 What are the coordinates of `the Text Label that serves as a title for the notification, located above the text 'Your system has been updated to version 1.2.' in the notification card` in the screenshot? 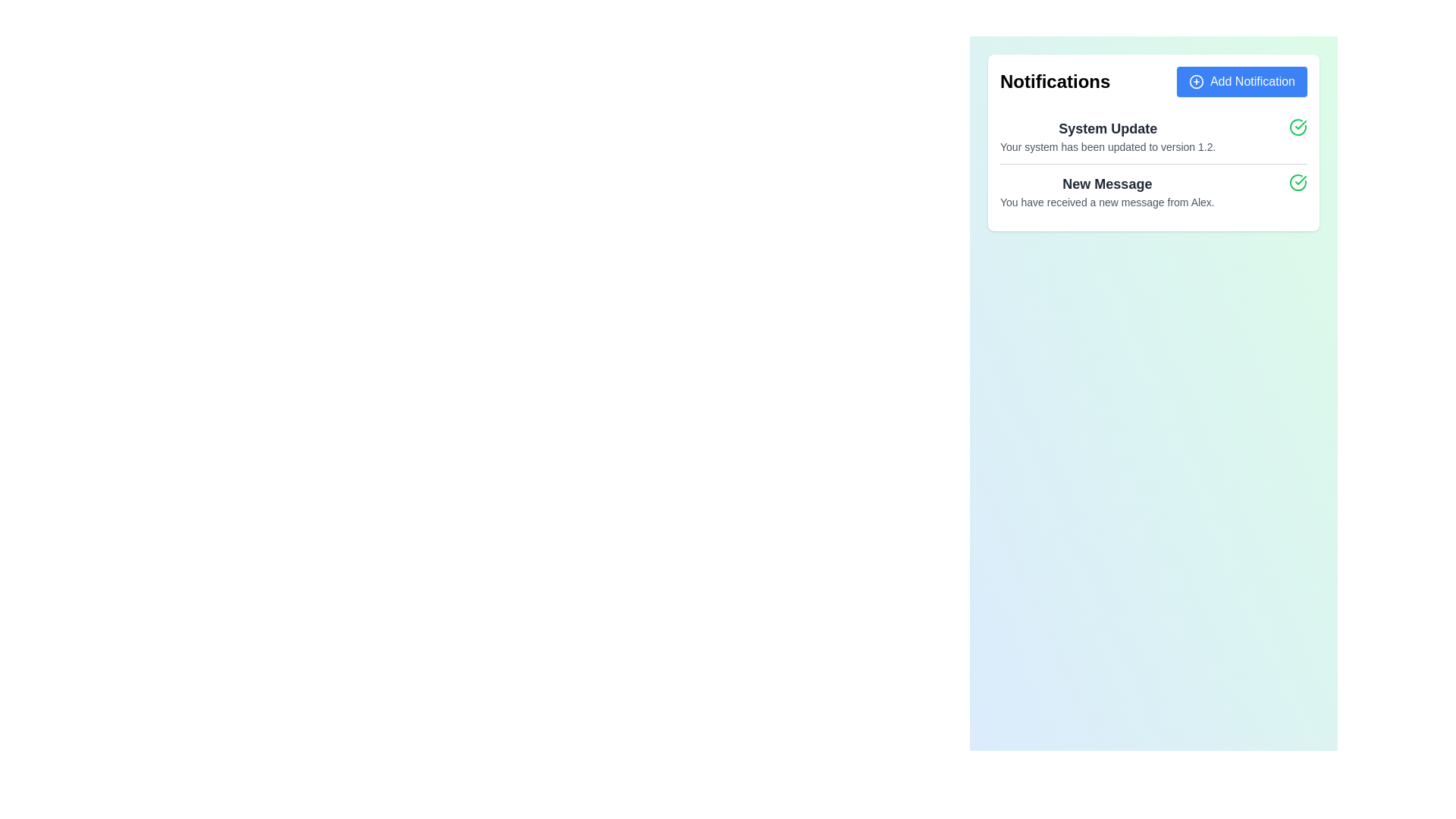 It's located at (1108, 127).